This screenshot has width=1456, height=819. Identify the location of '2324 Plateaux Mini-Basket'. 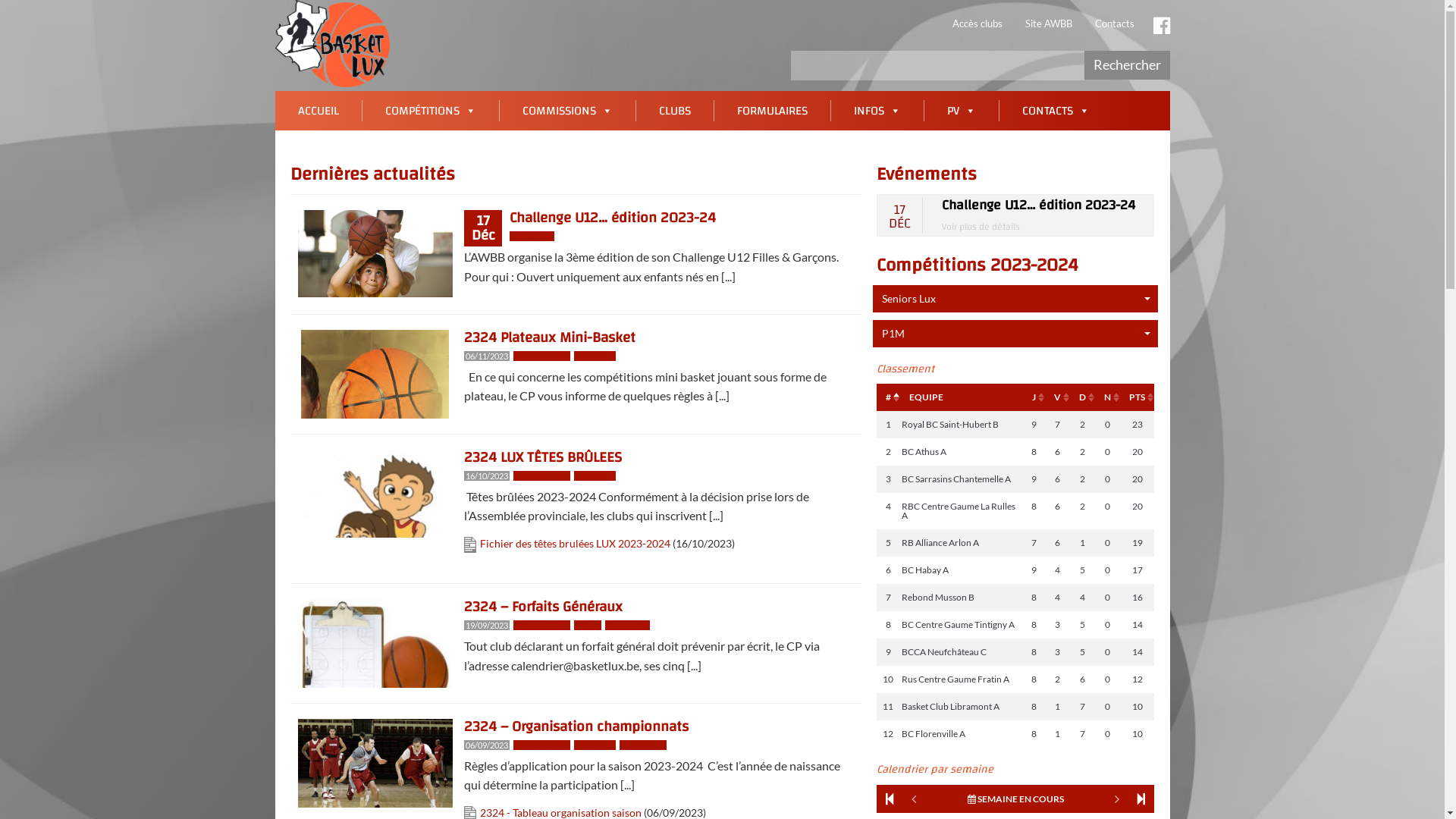
(548, 336).